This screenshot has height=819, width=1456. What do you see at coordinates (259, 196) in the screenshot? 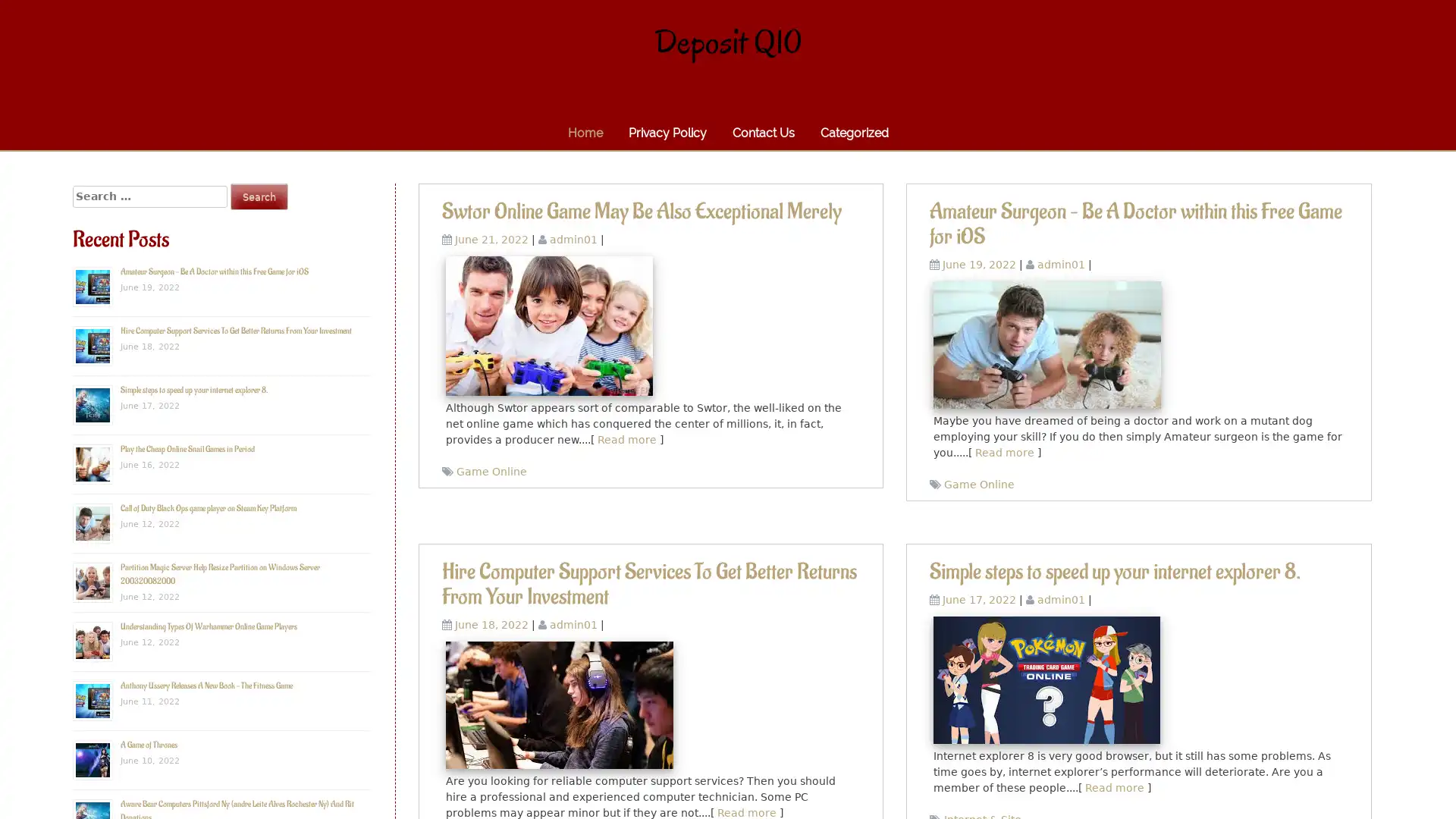
I see `Search` at bounding box center [259, 196].